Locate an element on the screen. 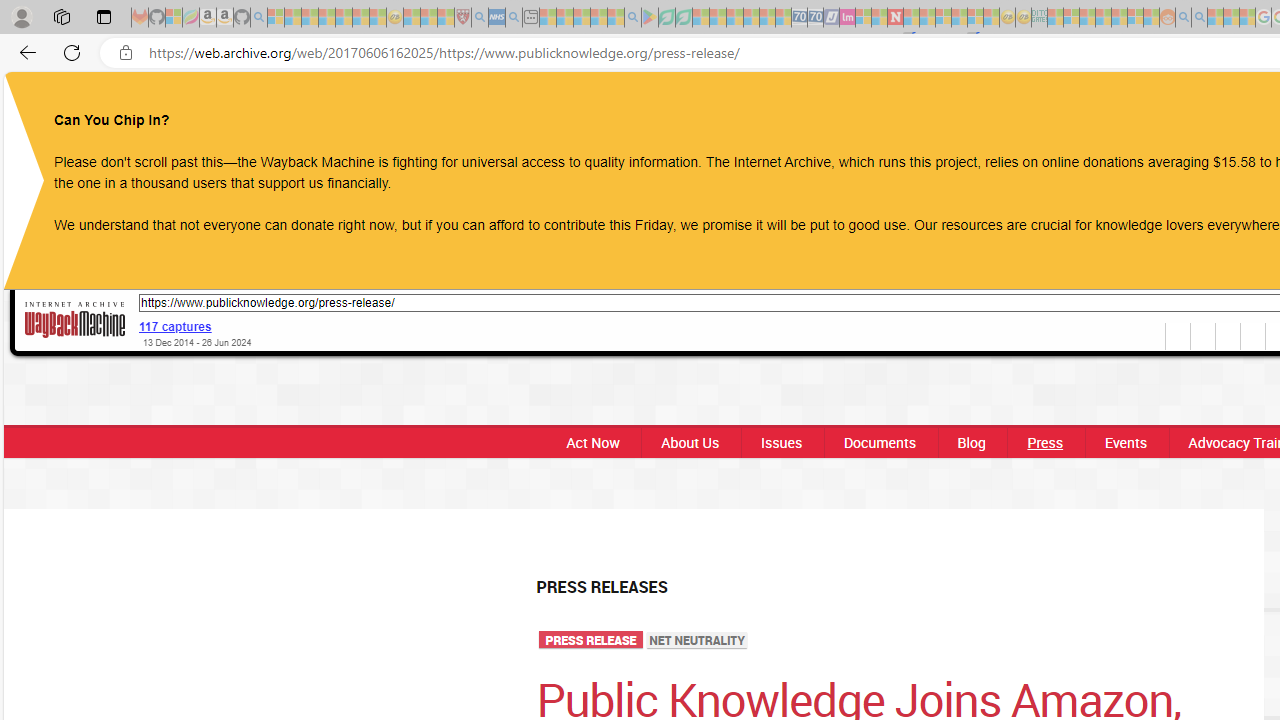 The height and width of the screenshot is (720, 1280). 'About Us' is located at coordinates (689, 441).